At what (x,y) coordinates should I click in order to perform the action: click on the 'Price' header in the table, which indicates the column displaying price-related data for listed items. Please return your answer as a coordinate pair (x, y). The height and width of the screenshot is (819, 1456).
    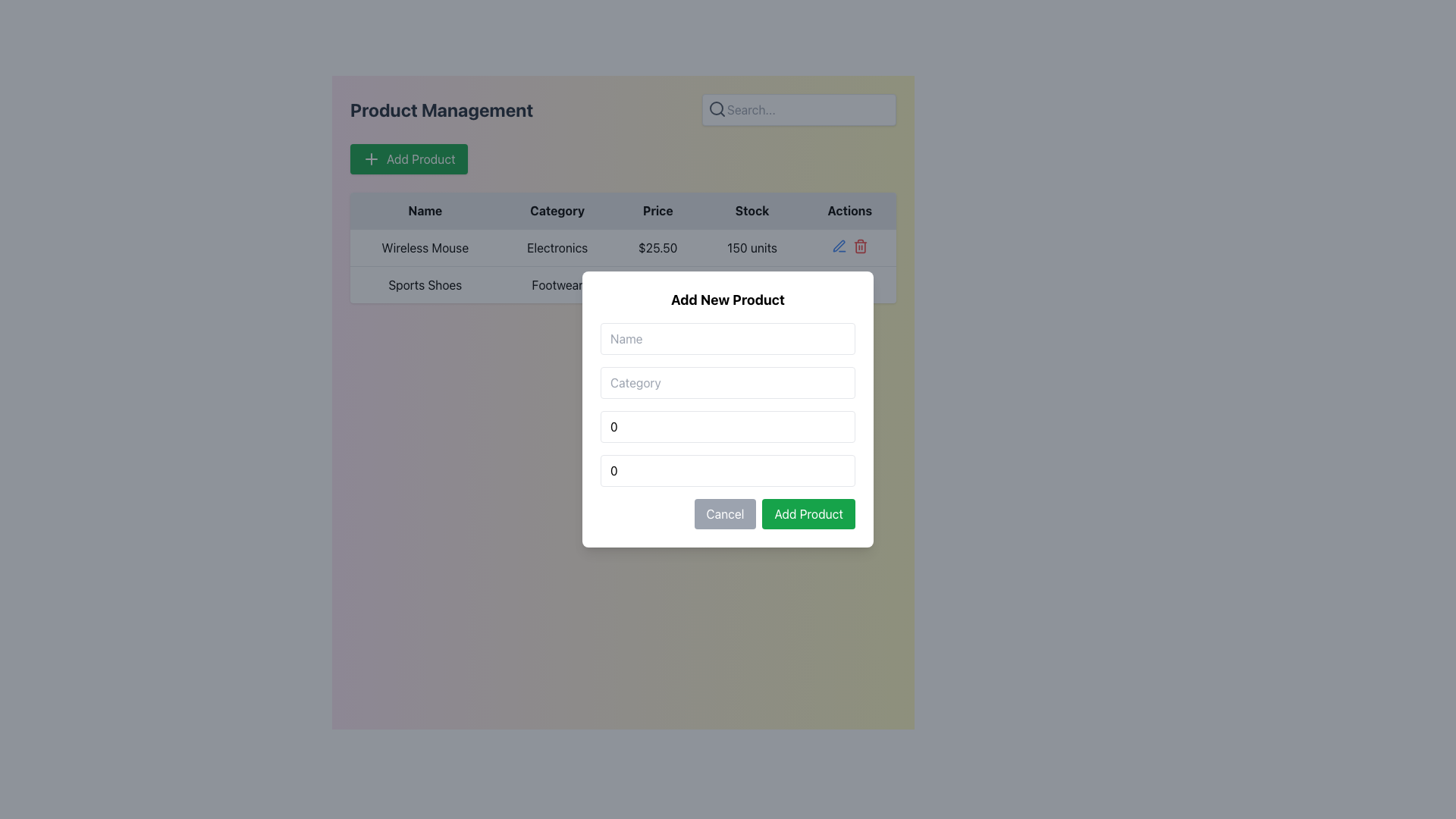
    Looking at the image, I should click on (657, 211).